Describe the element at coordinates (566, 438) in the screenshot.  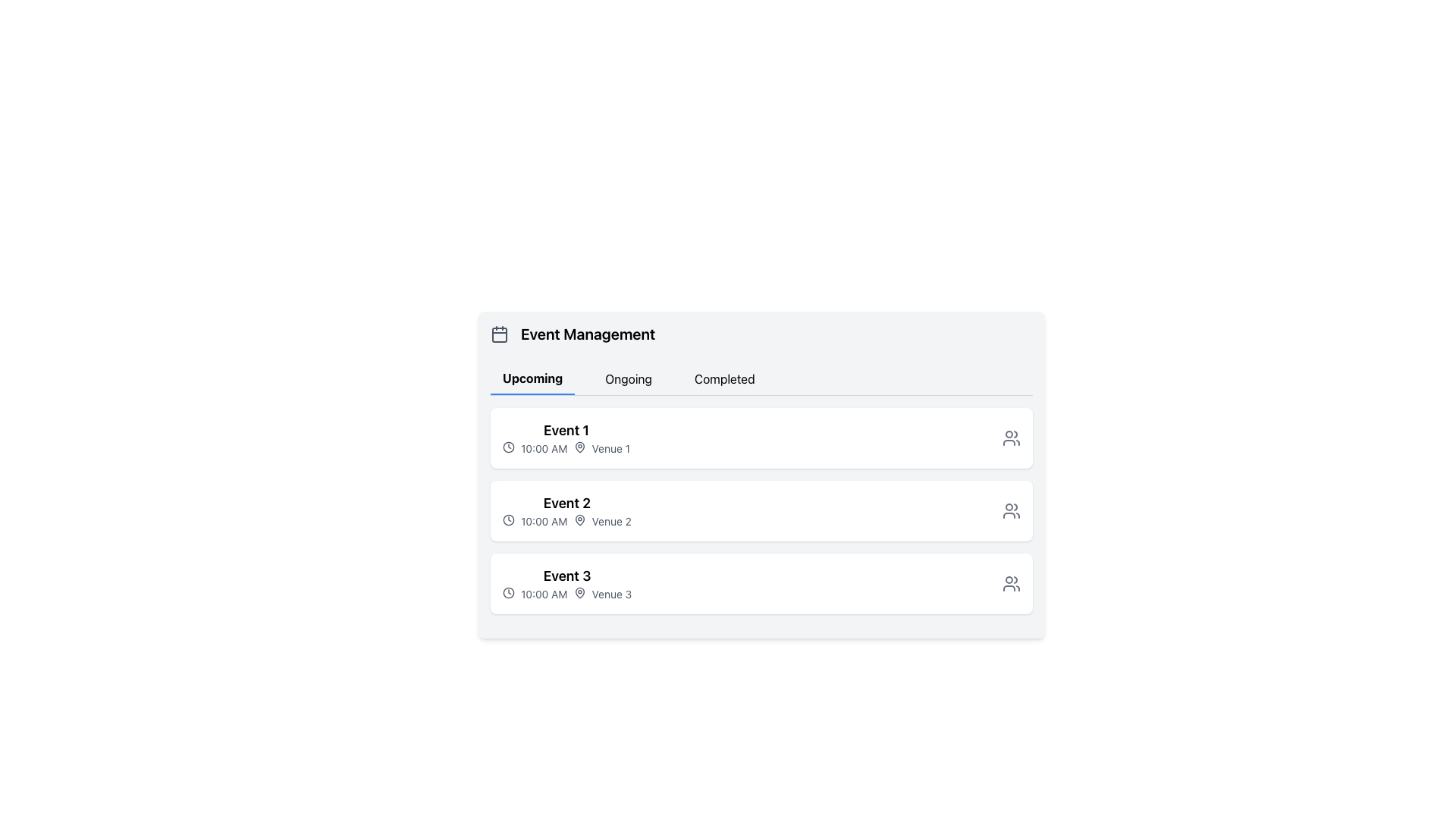
I see `the event entry displaying 'Event 1' with time '10:00 AM Venue 1', which includes a clock and pin icon, located at the top of the 'Upcoming' tab list` at that location.